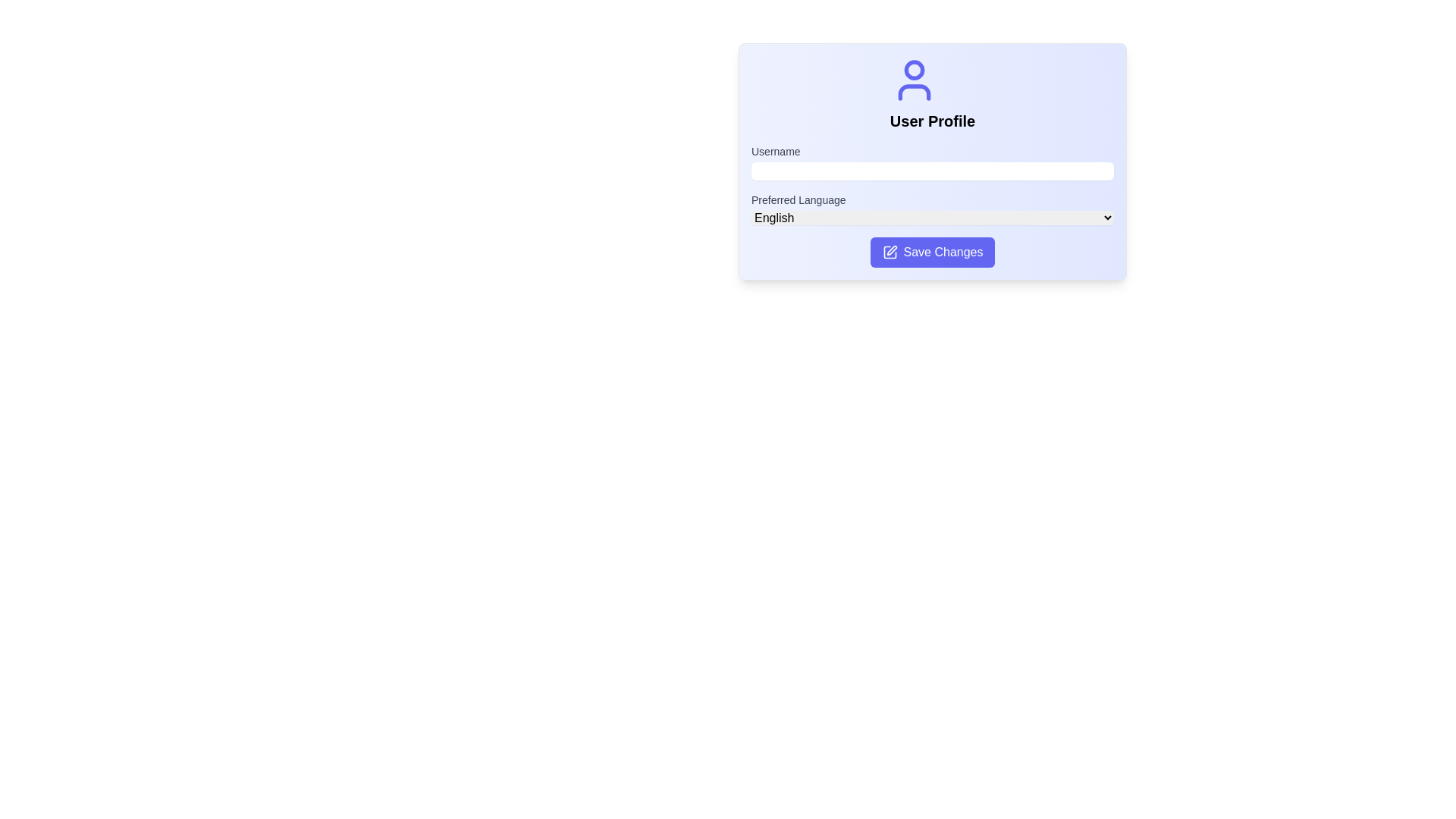  Describe the element at coordinates (890, 251) in the screenshot. I see `the editing action icon located to the left of the 'Save Changes' button at the bottom-right corner of the 'User Profile' form` at that location.